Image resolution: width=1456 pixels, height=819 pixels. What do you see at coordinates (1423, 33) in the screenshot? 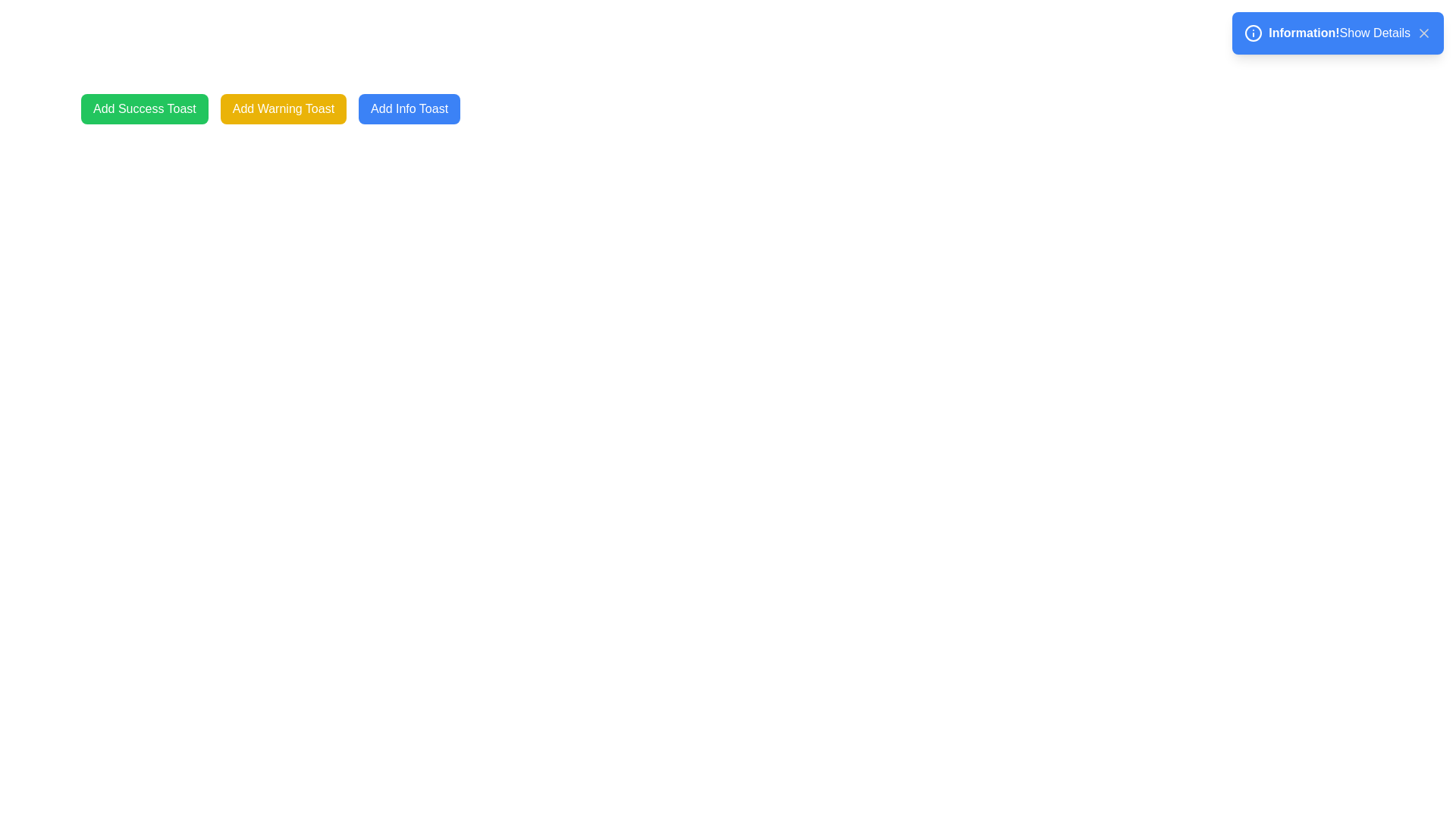
I see `the dismiss icon located in the top-right corner of the alert box labeled 'Information!Show Details'` at bounding box center [1423, 33].